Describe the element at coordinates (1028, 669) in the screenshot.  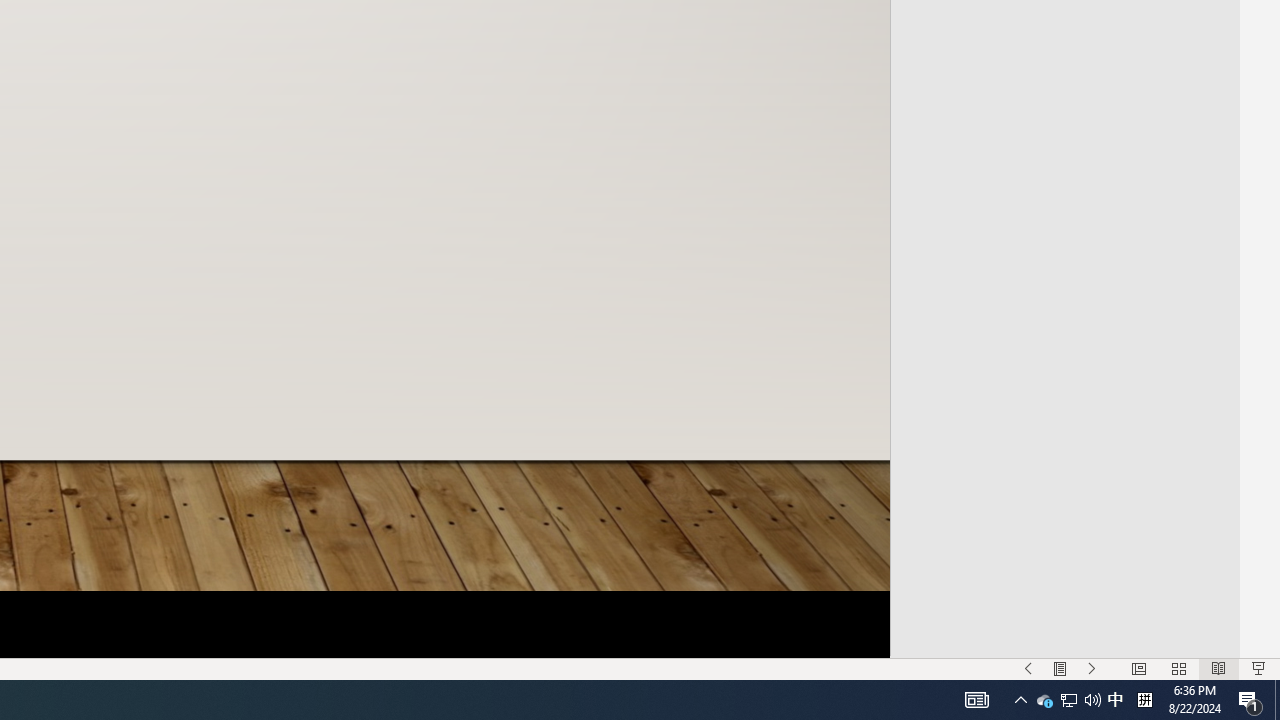
I see `'Slide Show Previous On'` at that location.